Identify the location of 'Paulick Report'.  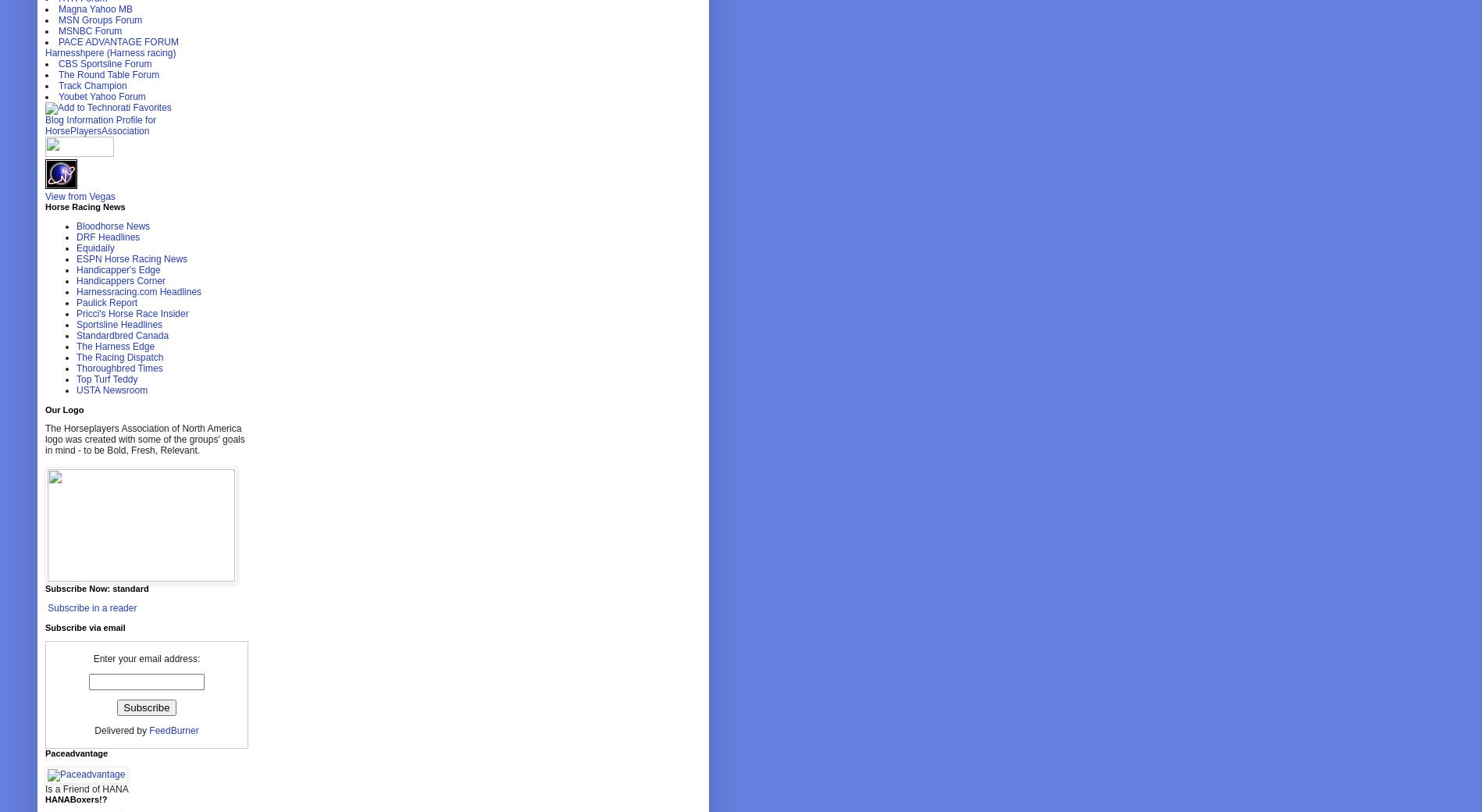
(107, 302).